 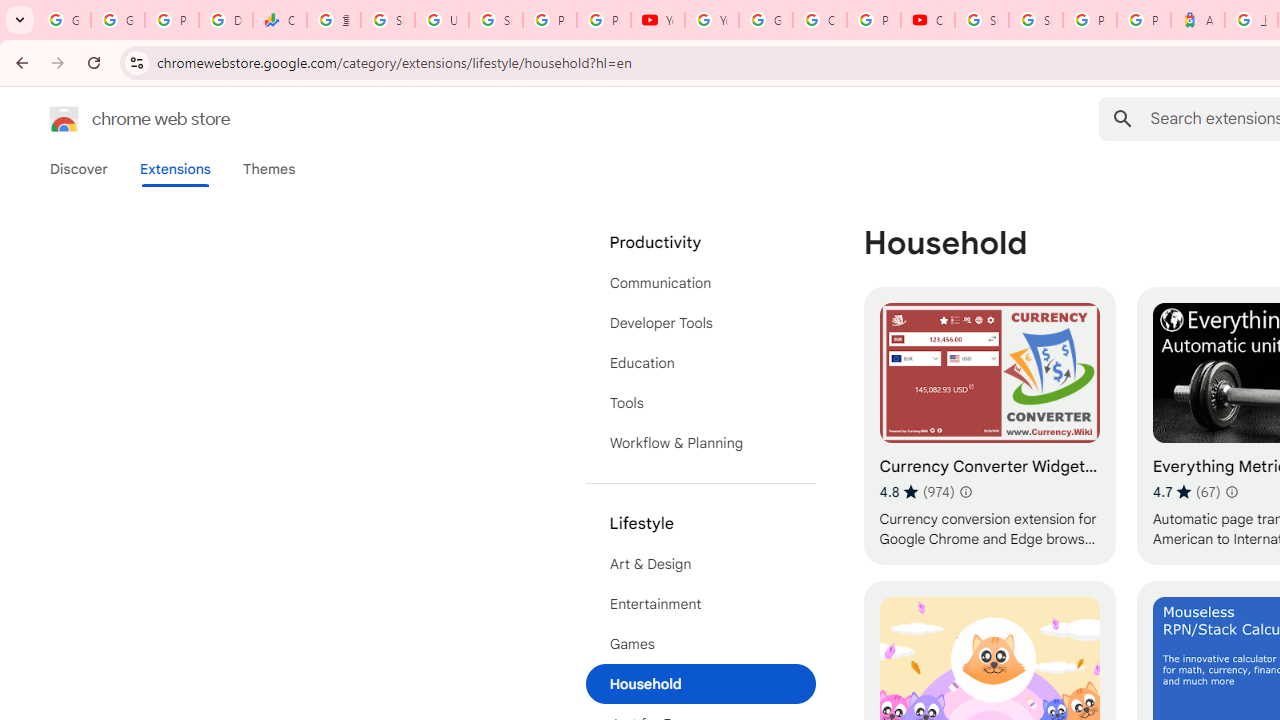 What do you see at coordinates (819, 20) in the screenshot?
I see `'Create your Google Account'` at bounding box center [819, 20].